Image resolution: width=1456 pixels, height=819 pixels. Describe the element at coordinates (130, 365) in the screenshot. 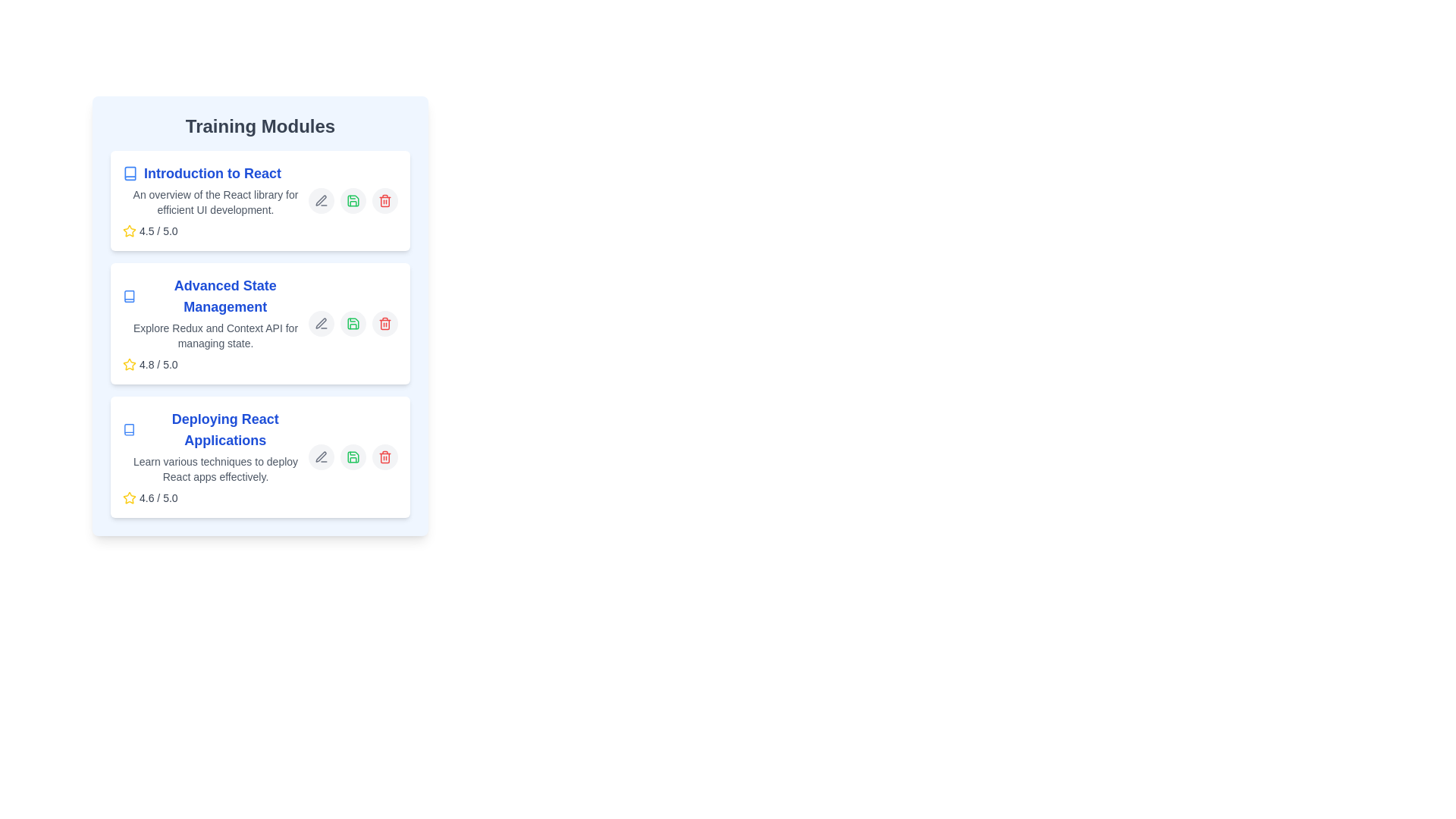

I see `the rating icon, which is visually represented as a decorative indicator of a high rating, located to the left of the text '4.8 / 5.0'` at that location.